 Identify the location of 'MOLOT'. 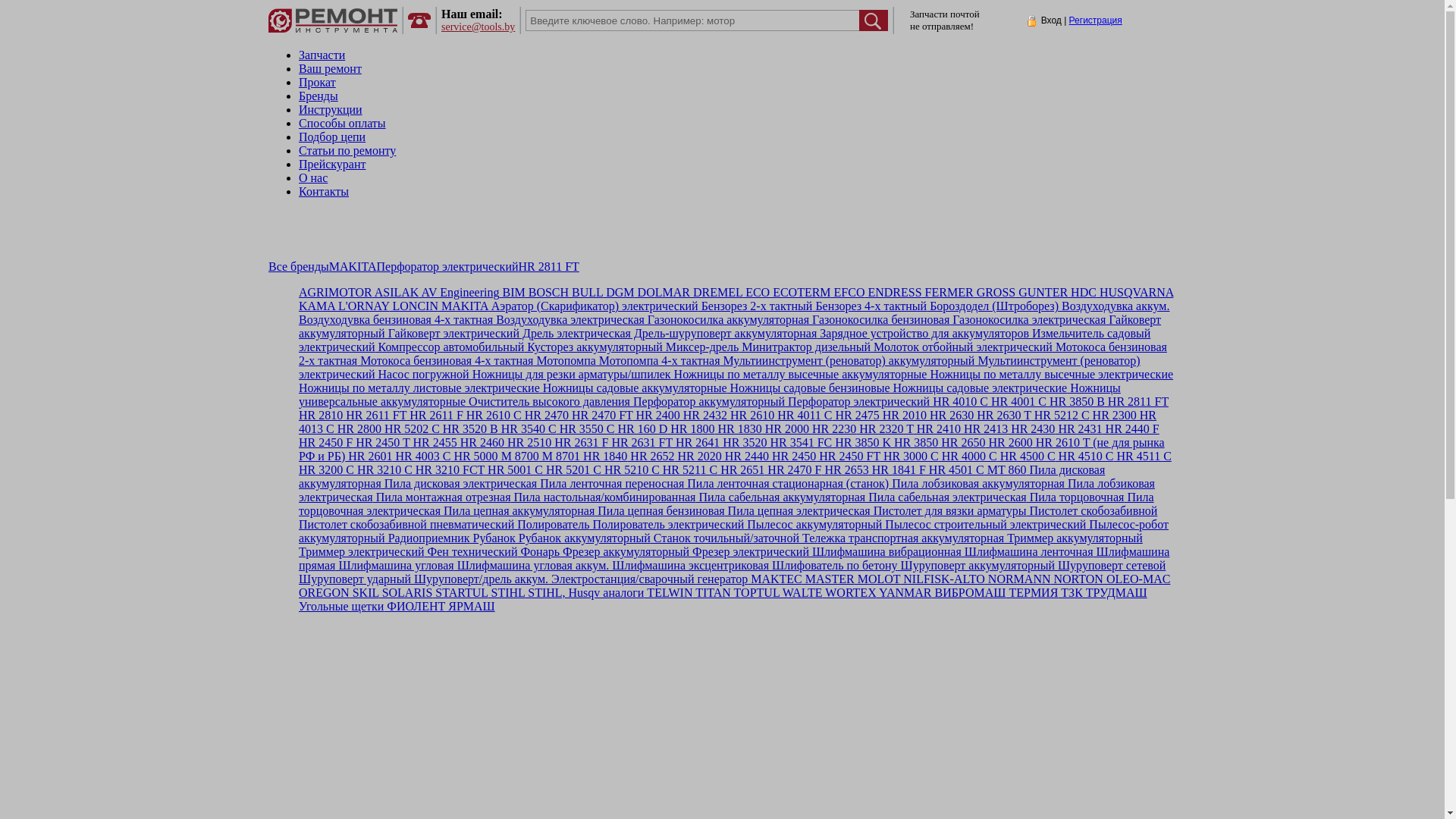
(877, 579).